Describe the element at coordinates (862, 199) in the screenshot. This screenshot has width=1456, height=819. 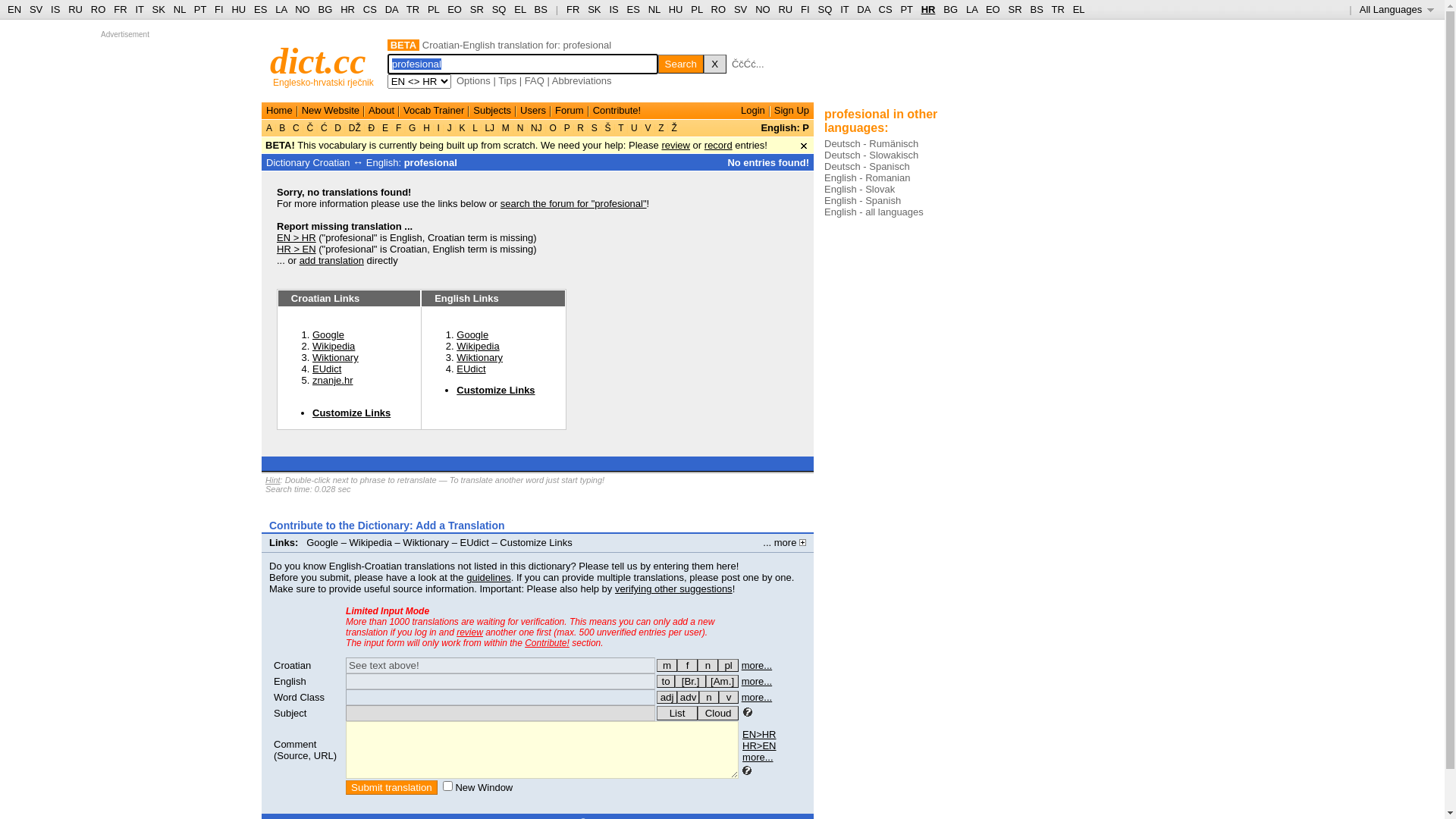
I see `'English - Spanish'` at that location.